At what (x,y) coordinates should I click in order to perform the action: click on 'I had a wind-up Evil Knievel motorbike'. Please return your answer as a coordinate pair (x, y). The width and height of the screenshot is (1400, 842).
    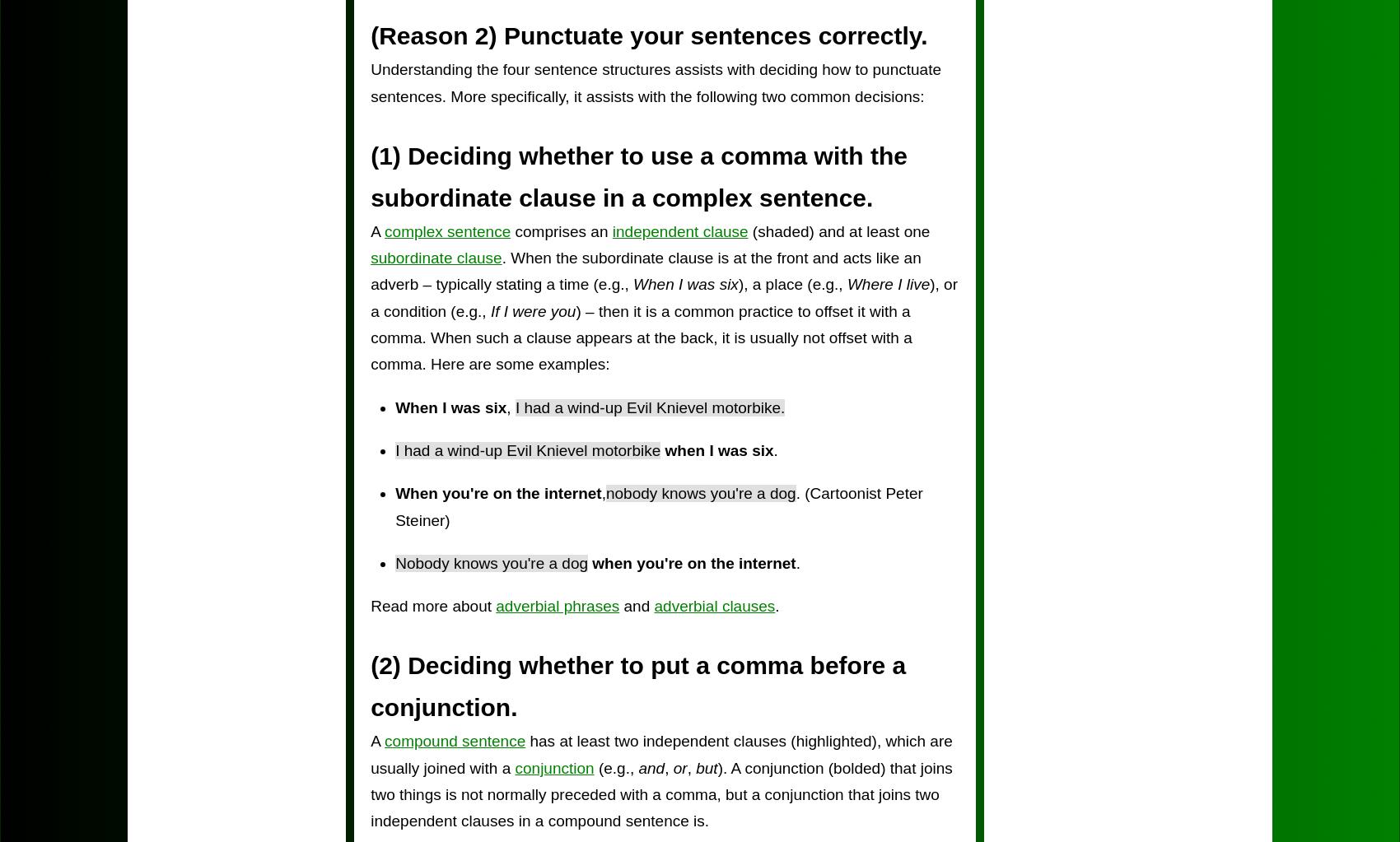
    Looking at the image, I should click on (528, 449).